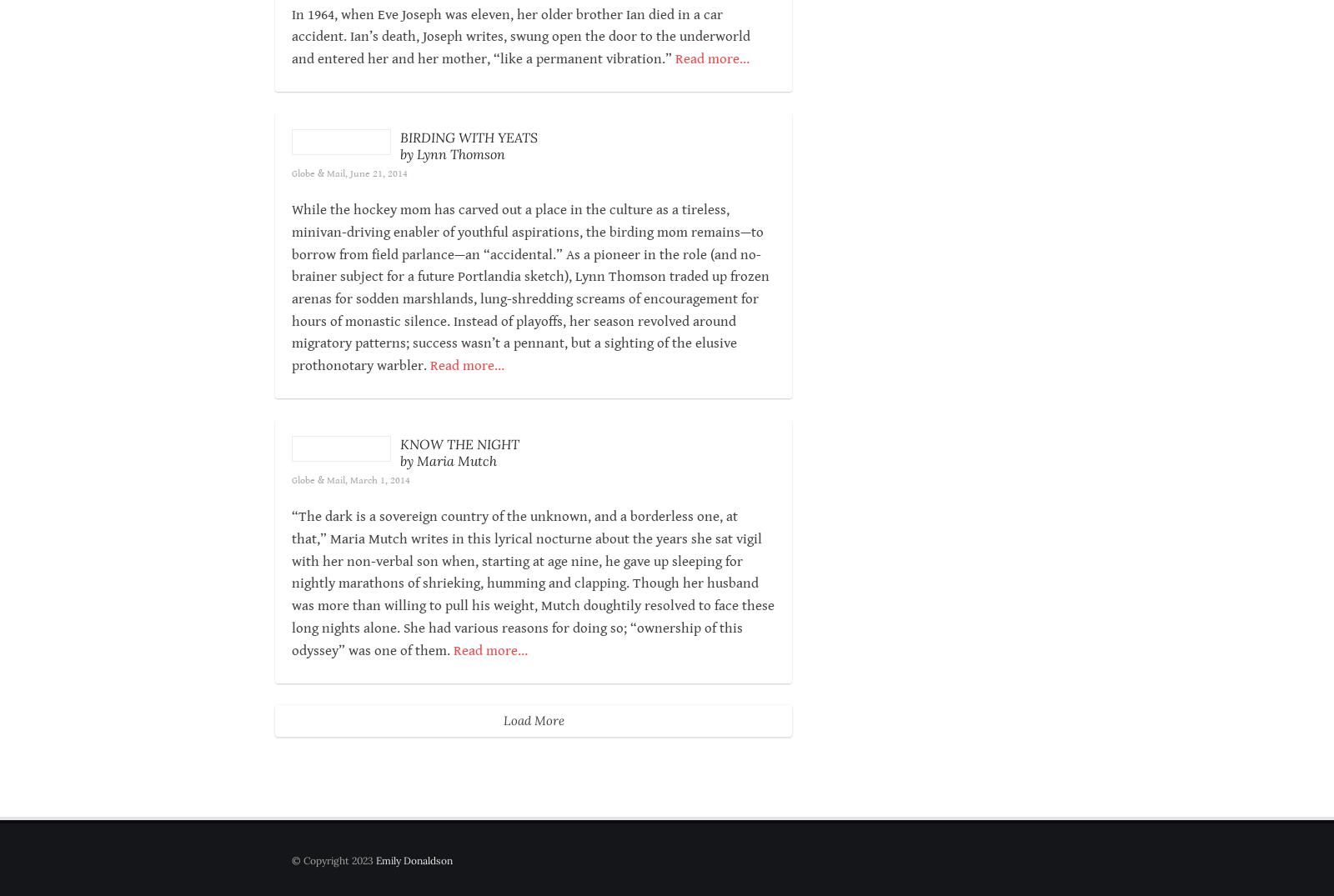 This screenshot has width=1334, height=896. I want to click on 'Maria Mutch writes in this lyrical nocturne about the years she sat vigil with her non-verbal son when, starting at age nine, he gave up sleeping for nightly marathons of shrieking, humming and clapping. Though her husband was more than willing to pull his weight, Mutch doughtily resolved to face these long nights alone. She had various reasons for doing so; “ownership of this odyssey” was one of them.', so click(532, 672).